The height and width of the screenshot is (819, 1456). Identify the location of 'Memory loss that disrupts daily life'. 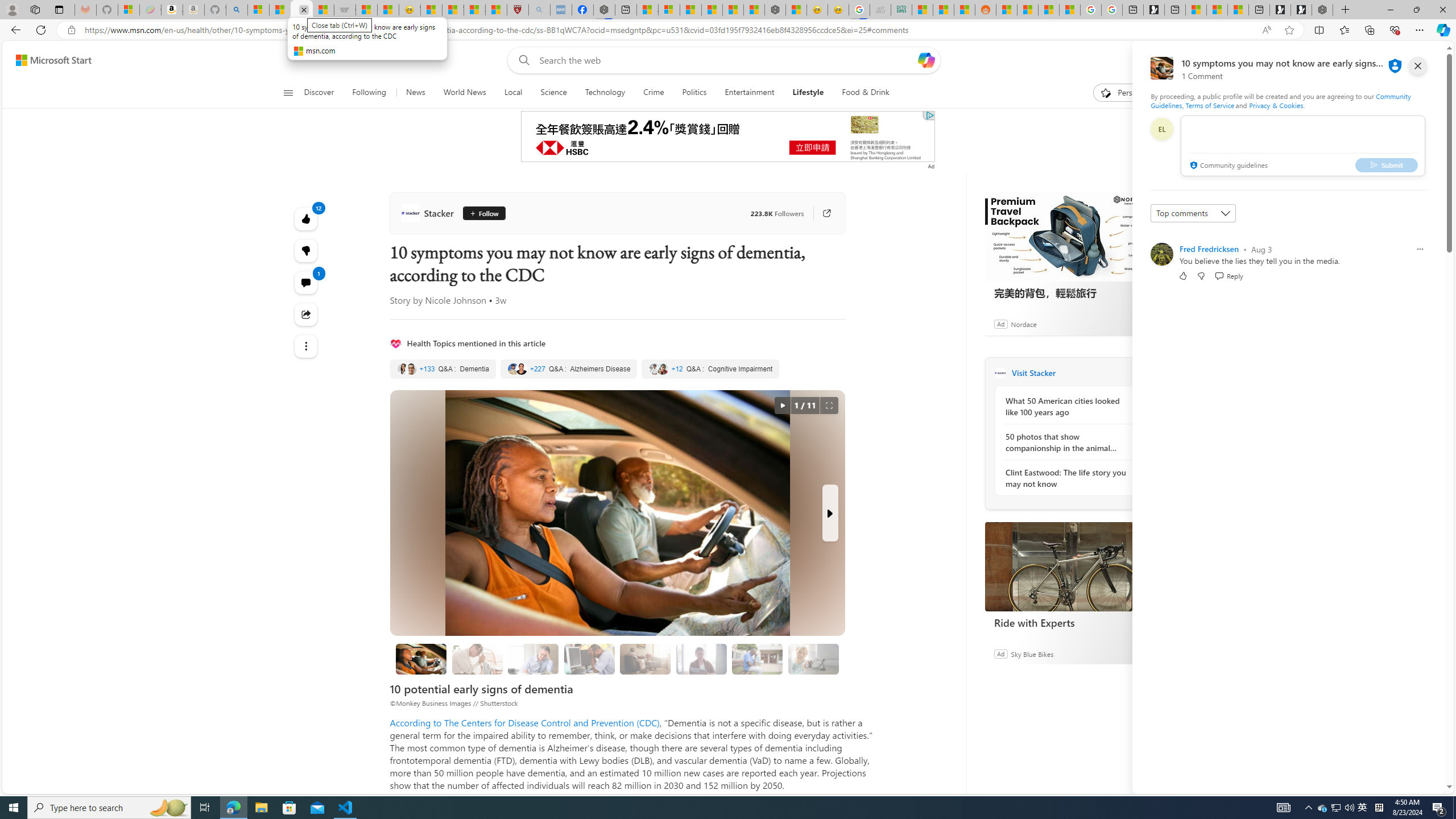
(476, 659).